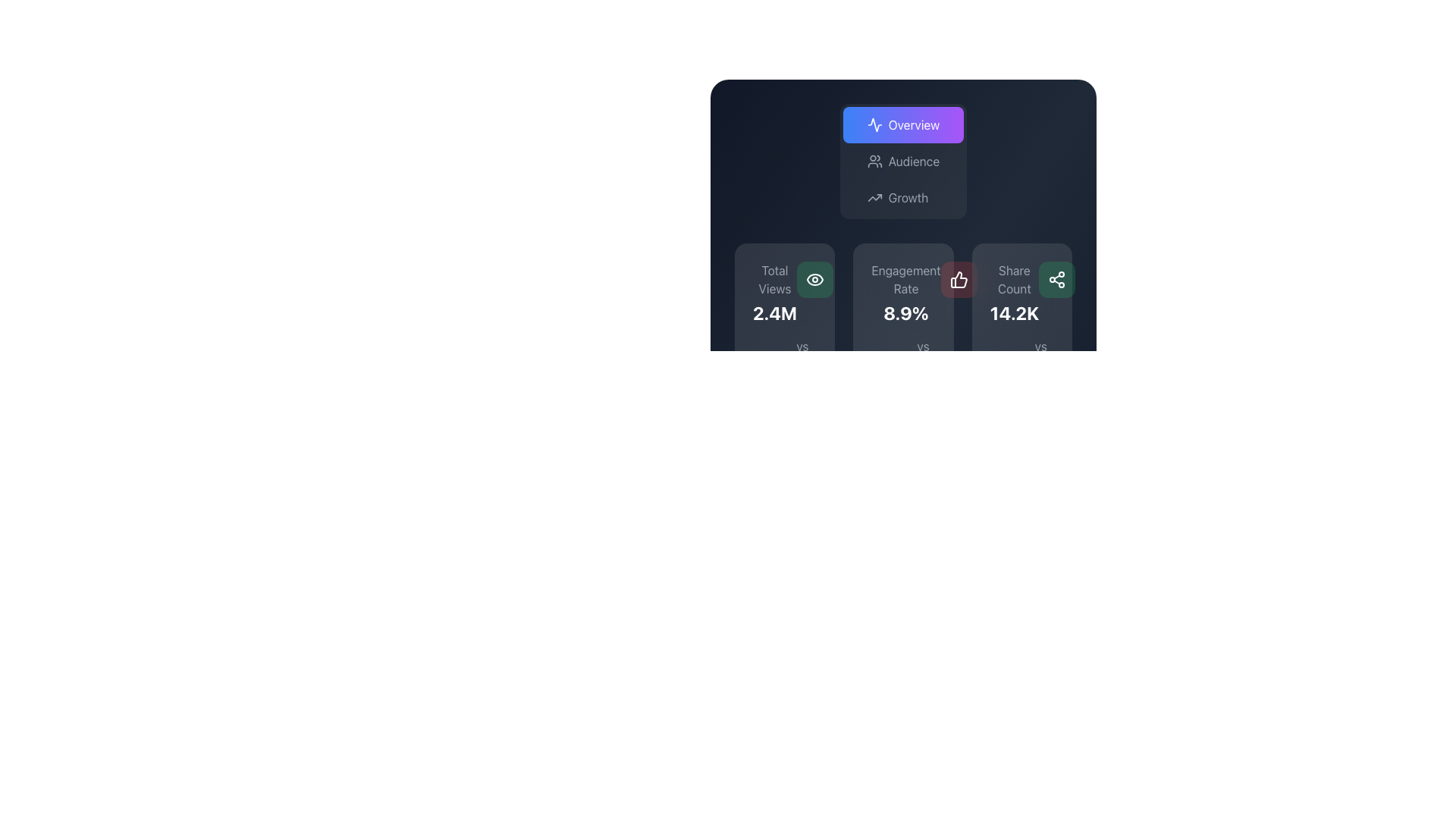 The width and height of the screenshot is (1456, 819). I want to click on the Text label displaying the engagement rate percentage located within the 'Engagement Rate' card, positioned below the label text 'Engagement Rate', so click(906, 312).